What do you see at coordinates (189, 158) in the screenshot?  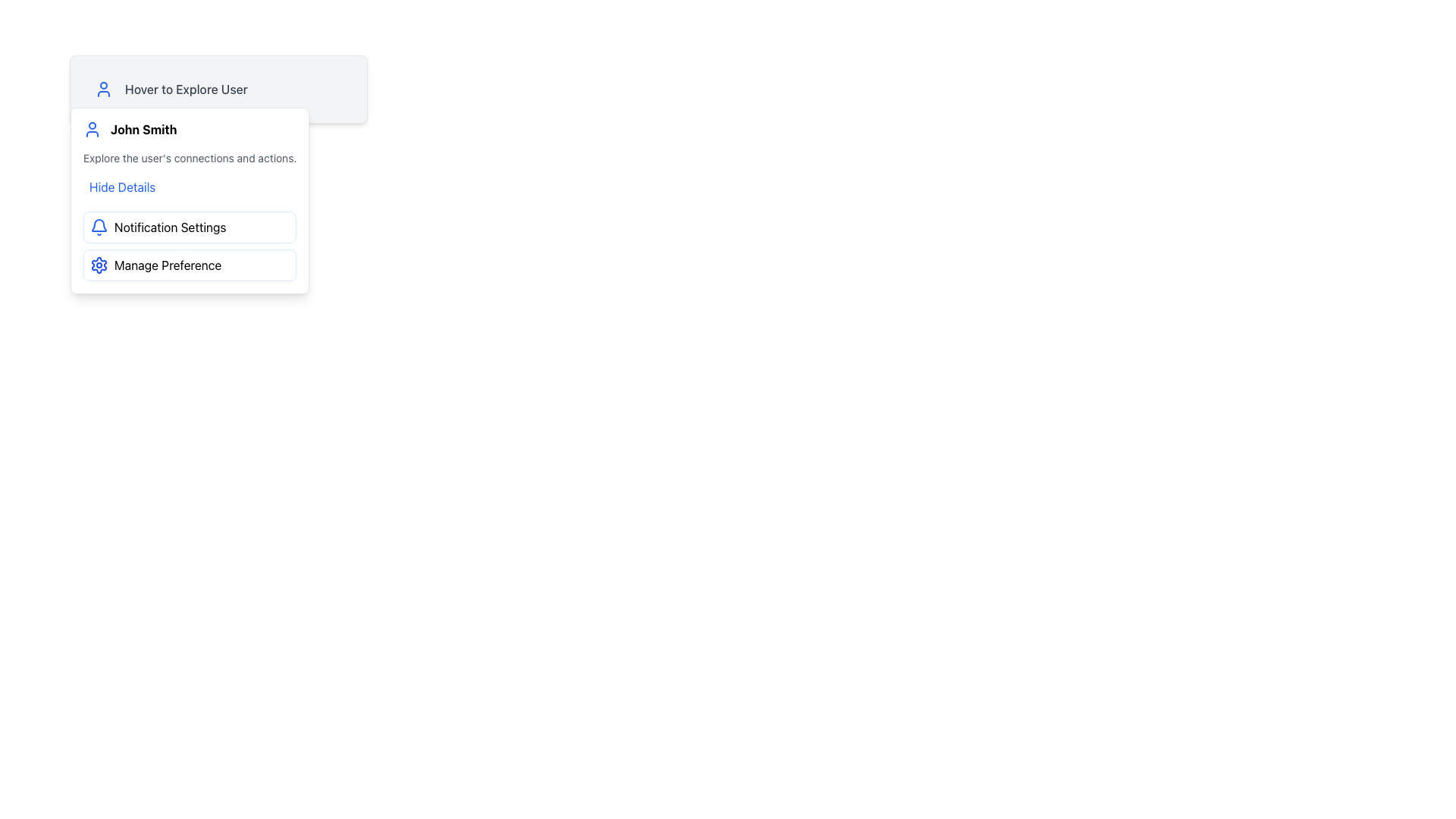 I see `the text label that says 'Explore the user's connections and actions.' located below 'John Smith' in the popup card` at bounding box center [189, 158].